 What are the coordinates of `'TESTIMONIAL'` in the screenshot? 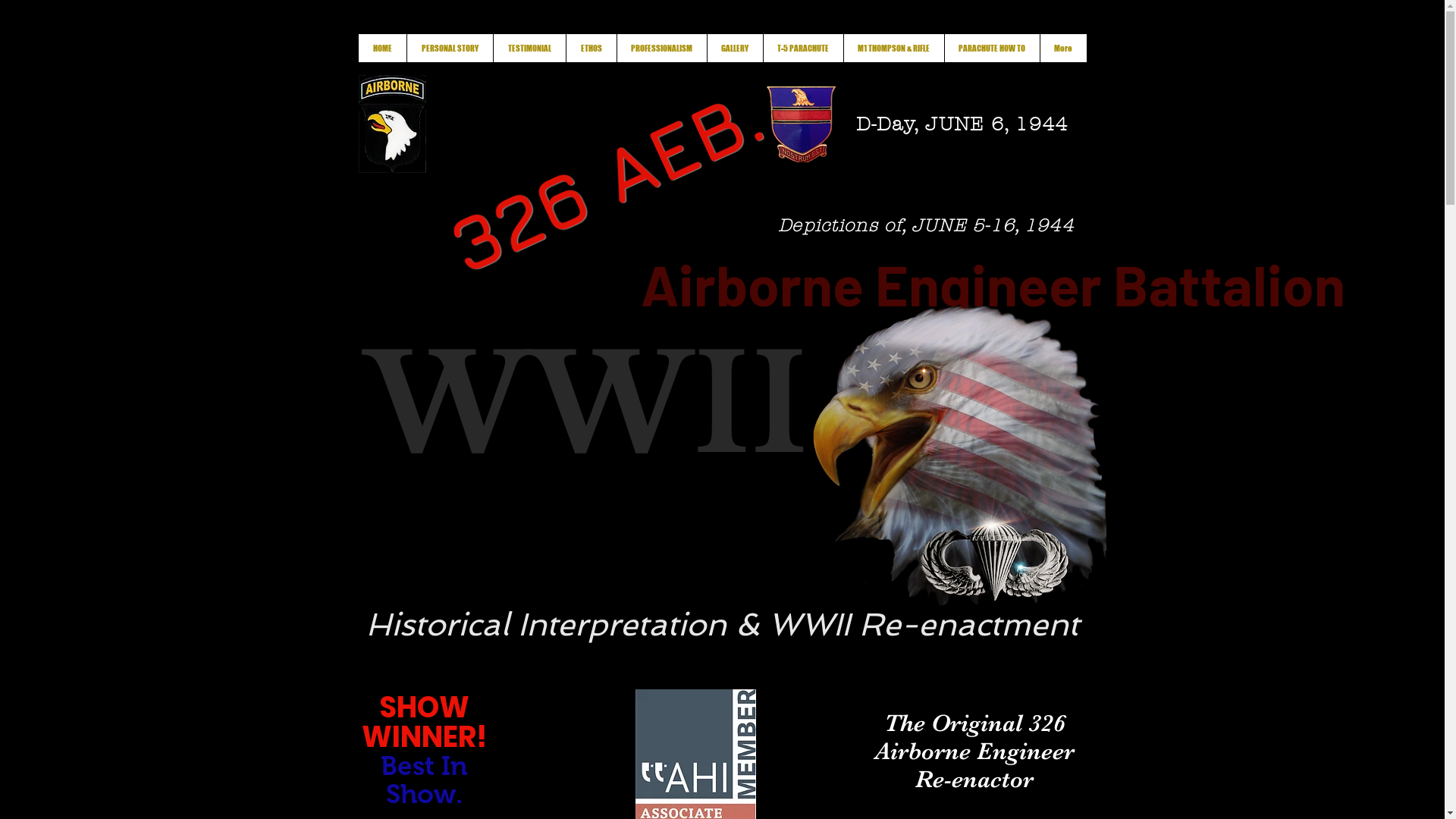 It's located at (529, 47).